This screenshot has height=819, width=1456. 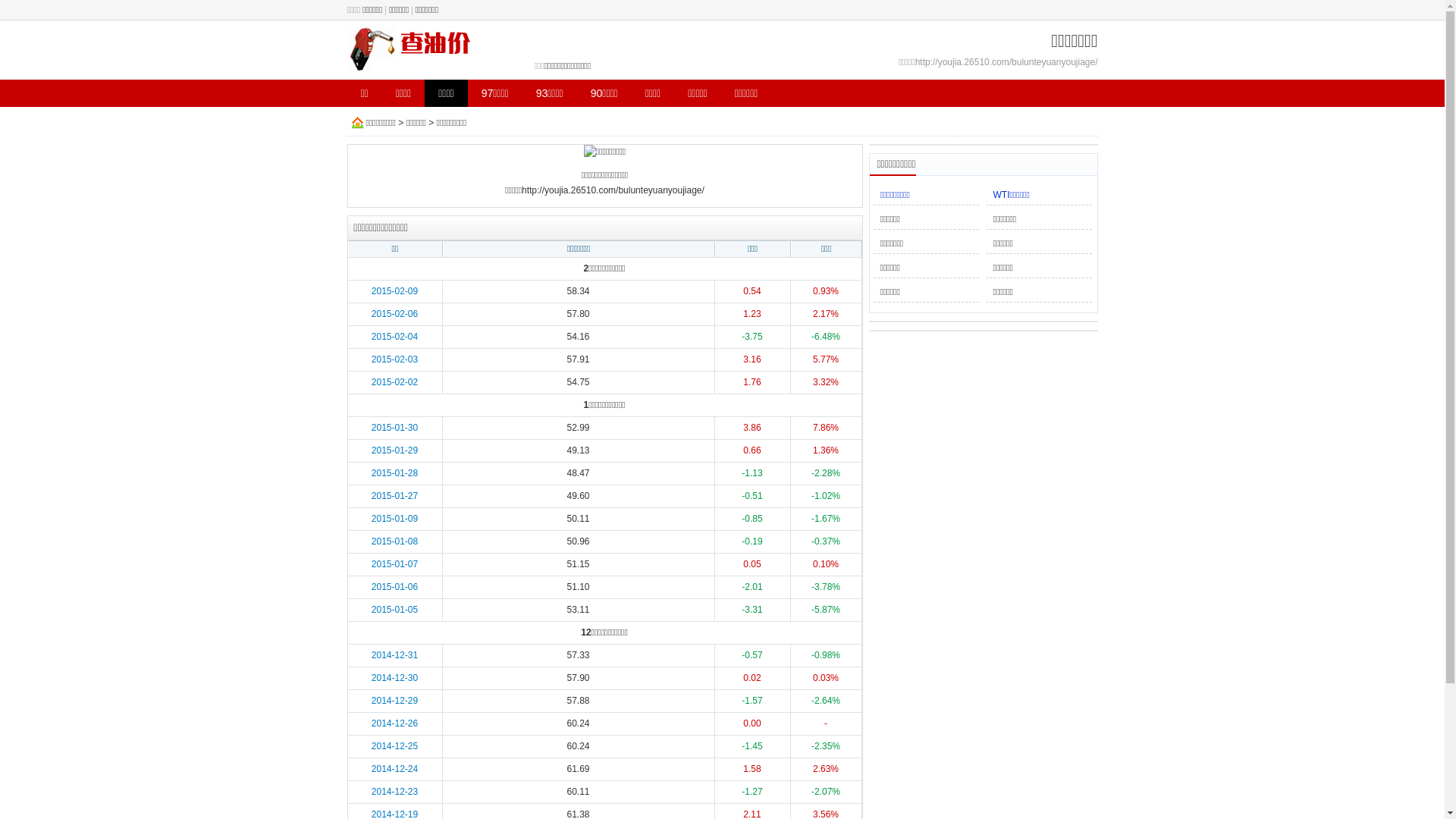 What do you see at coordinates (371, 564) in the screenshot?
I see `'2015-01-07'` at bounding box center [371, 564].